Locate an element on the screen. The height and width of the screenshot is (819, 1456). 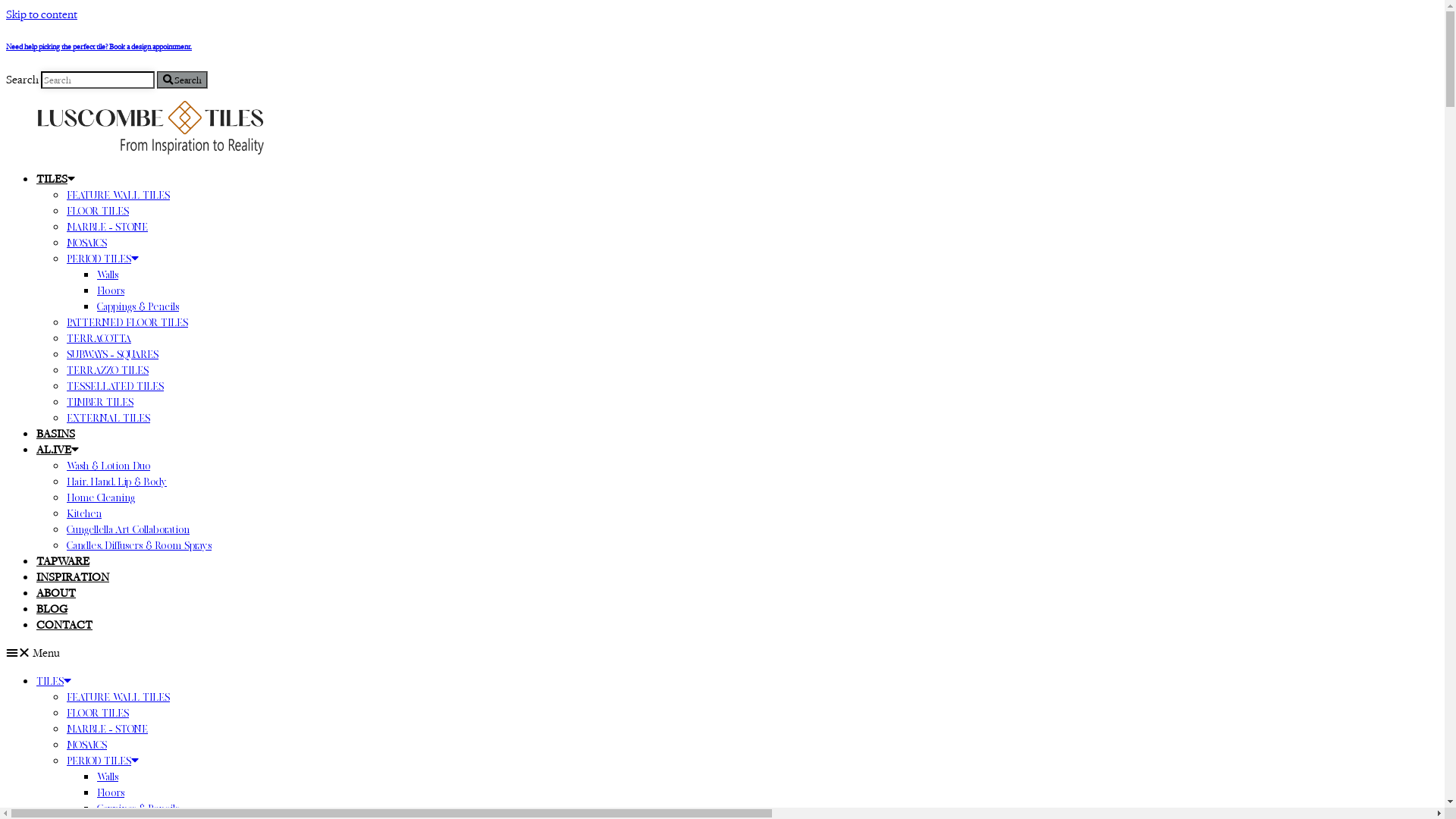
'MOSAICS' is located at coordinates (86, 744).